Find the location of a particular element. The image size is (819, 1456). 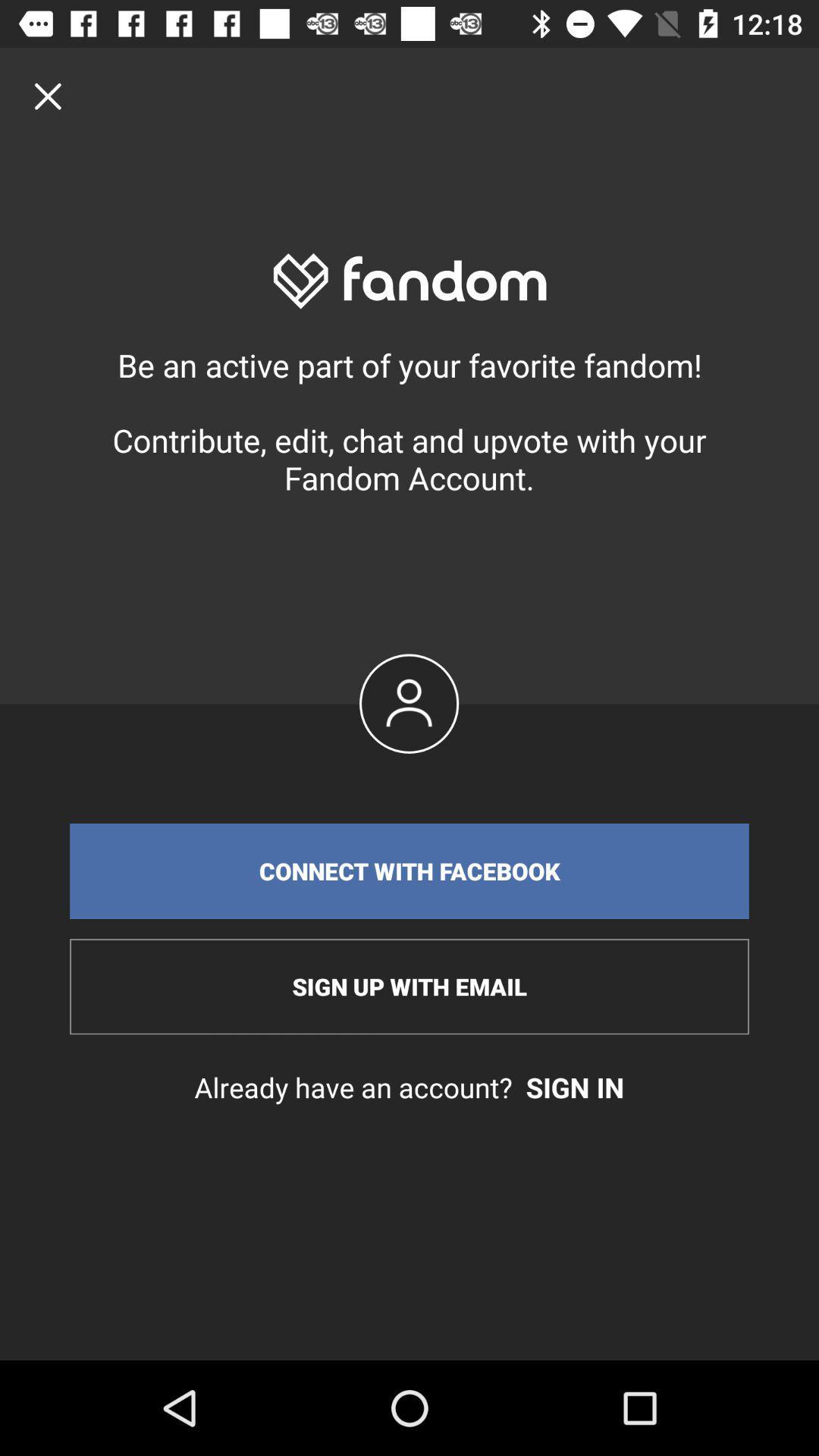

connect with facebook icon is located at coordinates (409, 871).